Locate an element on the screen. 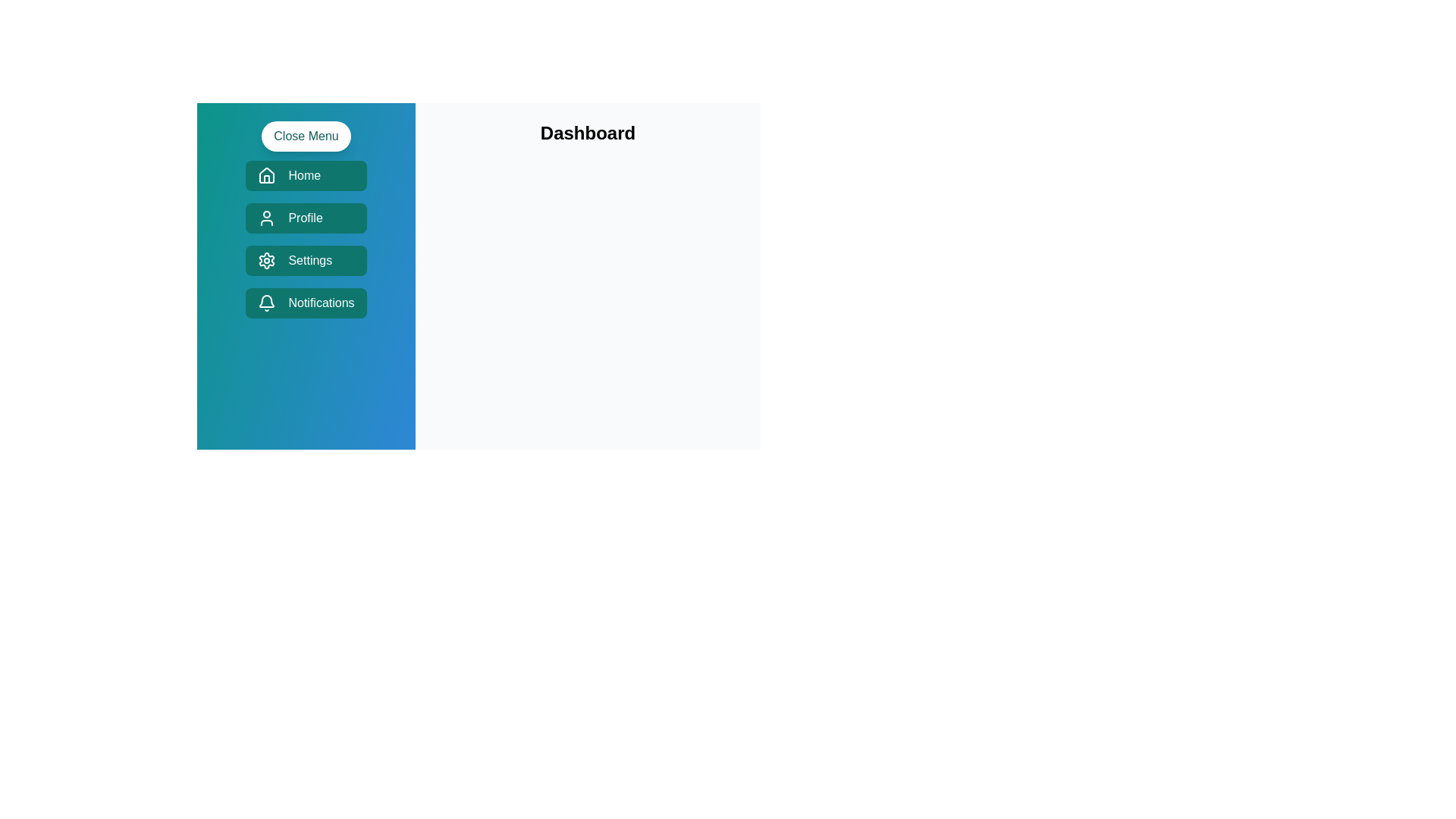  the 'Home' icon in the left sidebar is located at coordinates (267, 174).